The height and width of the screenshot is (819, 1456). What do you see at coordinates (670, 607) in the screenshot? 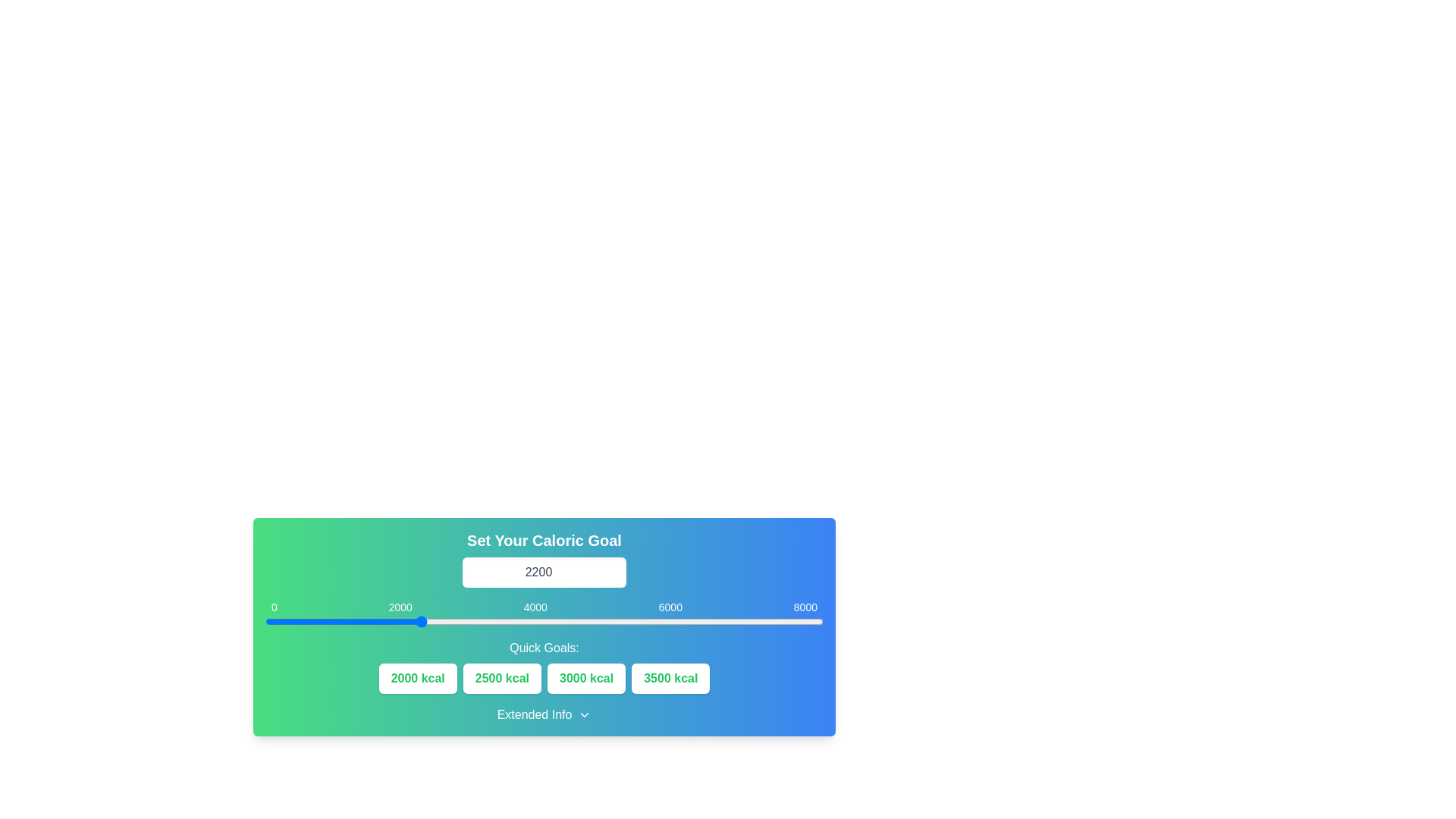
I see `the fourth text label indicating the caloric value of 6000 kcal, which is positioned between the labels for 4000 and 8000 in a horizontally arranged group` at bounding box center [670, 607].